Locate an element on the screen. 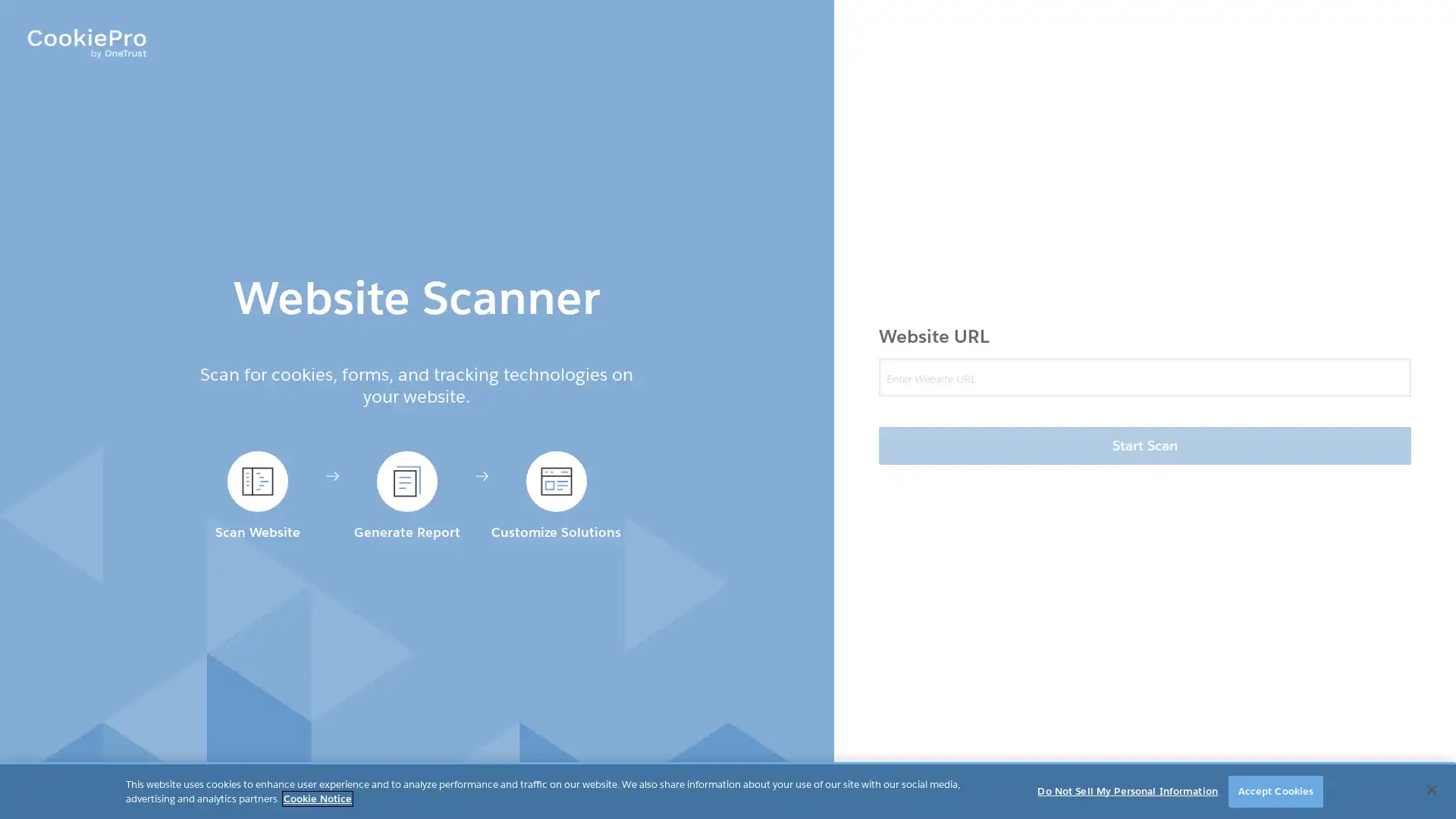 The image size is (1456, 819). Close is located at coordinates (1430, 789).